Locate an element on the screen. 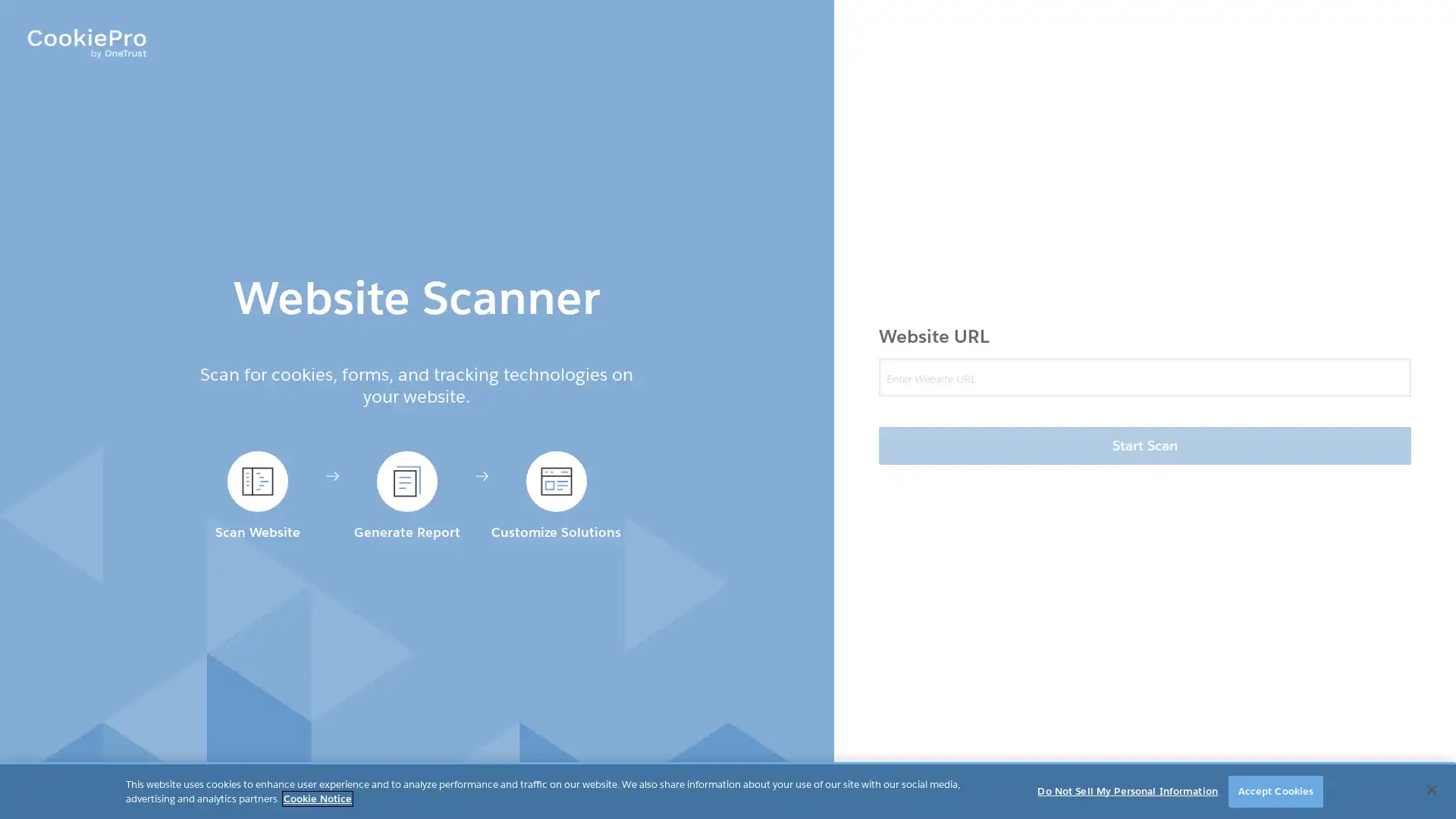 The image size is (1456, 819). Close is located at coordinates (1430, 789).